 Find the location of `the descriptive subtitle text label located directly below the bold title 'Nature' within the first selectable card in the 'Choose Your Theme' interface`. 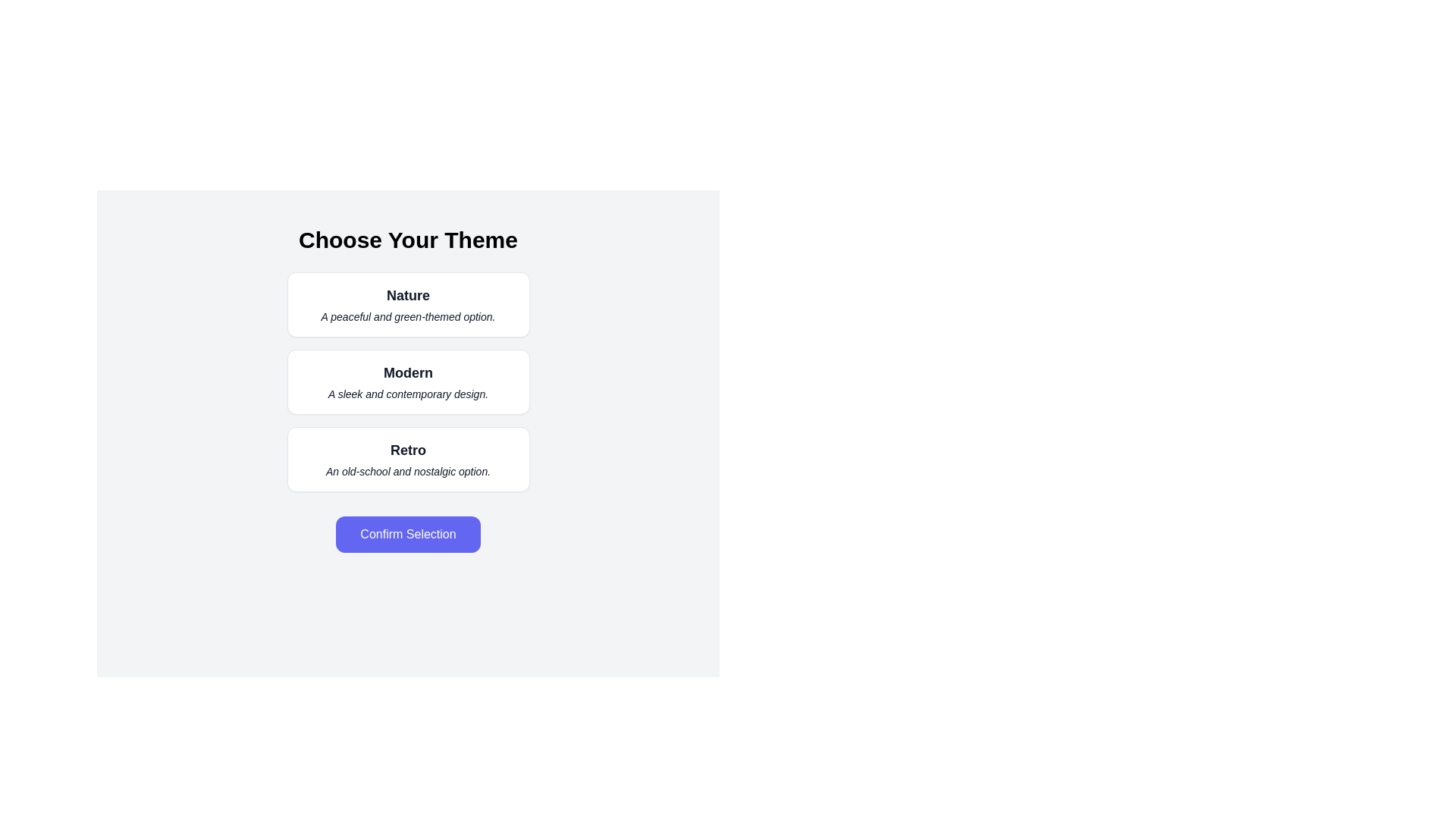

the descriptive subtitle text label located directly below the bold title 'Nature' within the first selectable card in the 'Choose Your Theme' interface is located at coordinates (408, 315).